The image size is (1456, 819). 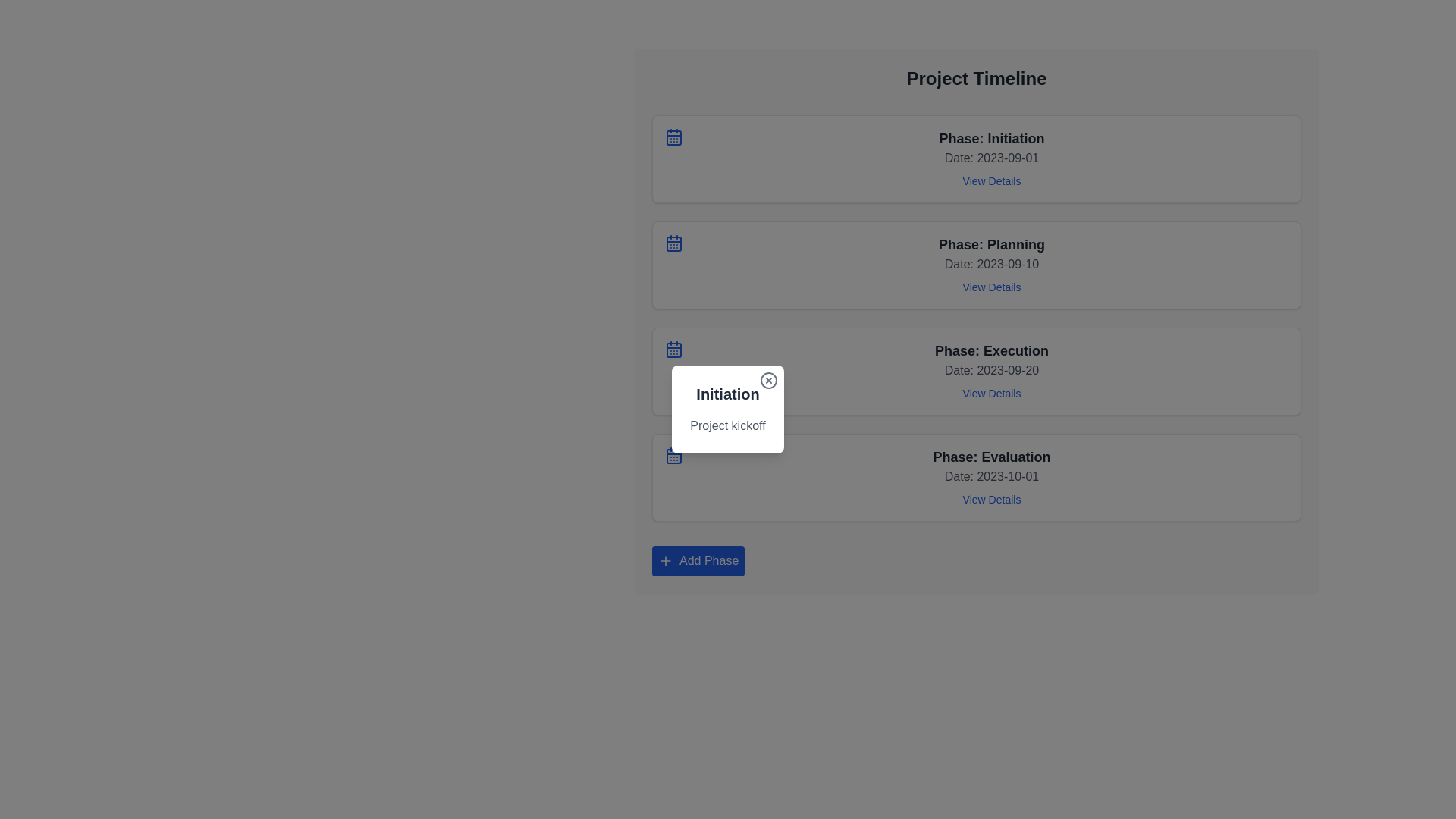 I want to click on the button labeled 'Add Phase' located at the bottom of the 'Project Timeline' section, so click(x=698, y=561).